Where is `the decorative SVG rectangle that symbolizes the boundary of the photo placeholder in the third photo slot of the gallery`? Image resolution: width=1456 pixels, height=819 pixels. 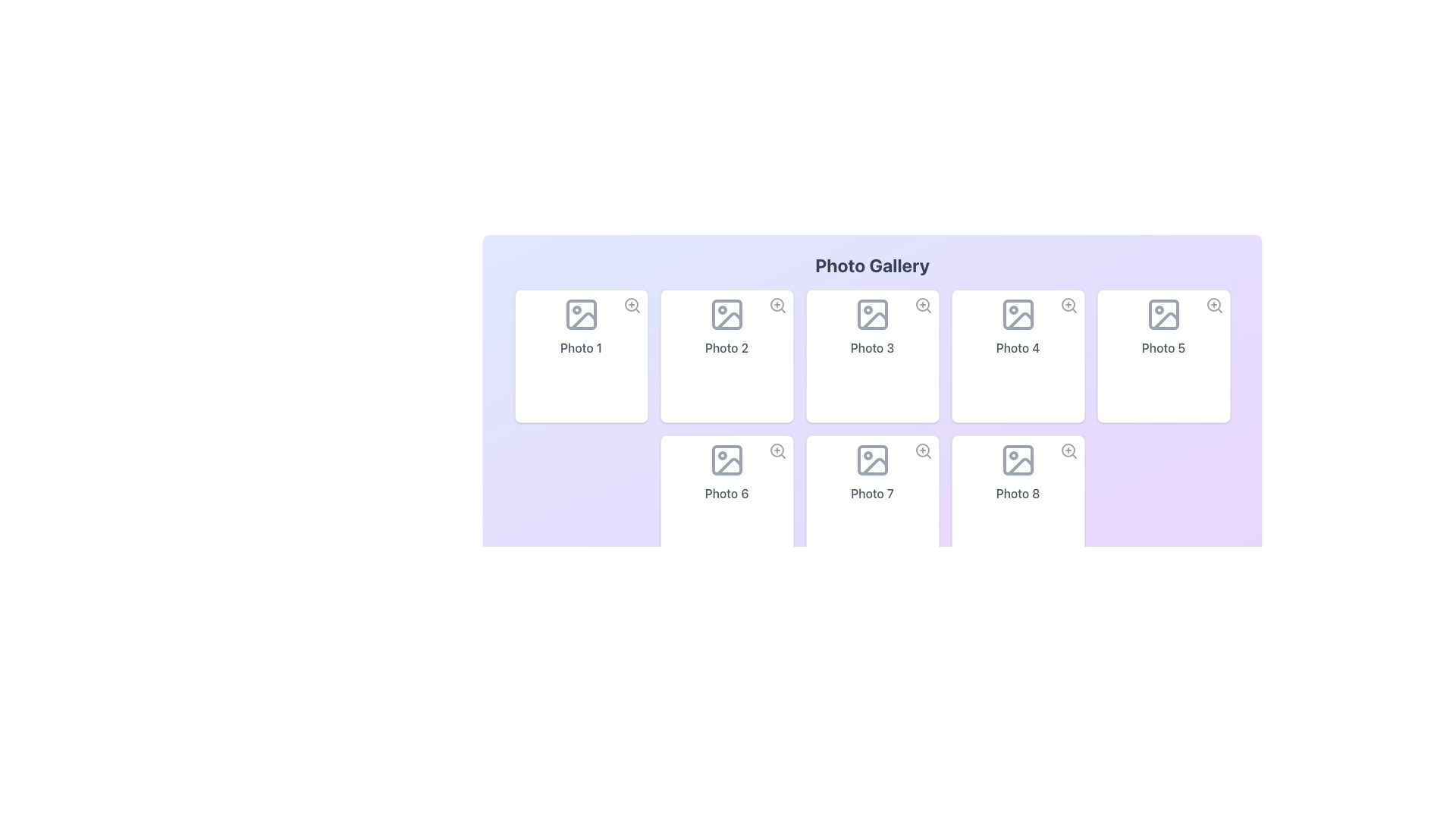
the decorative SVG rectangle that symbolizes the boundary of the photo placeholder in the third photo slot of the gallery is located at coordinates (872, 314).